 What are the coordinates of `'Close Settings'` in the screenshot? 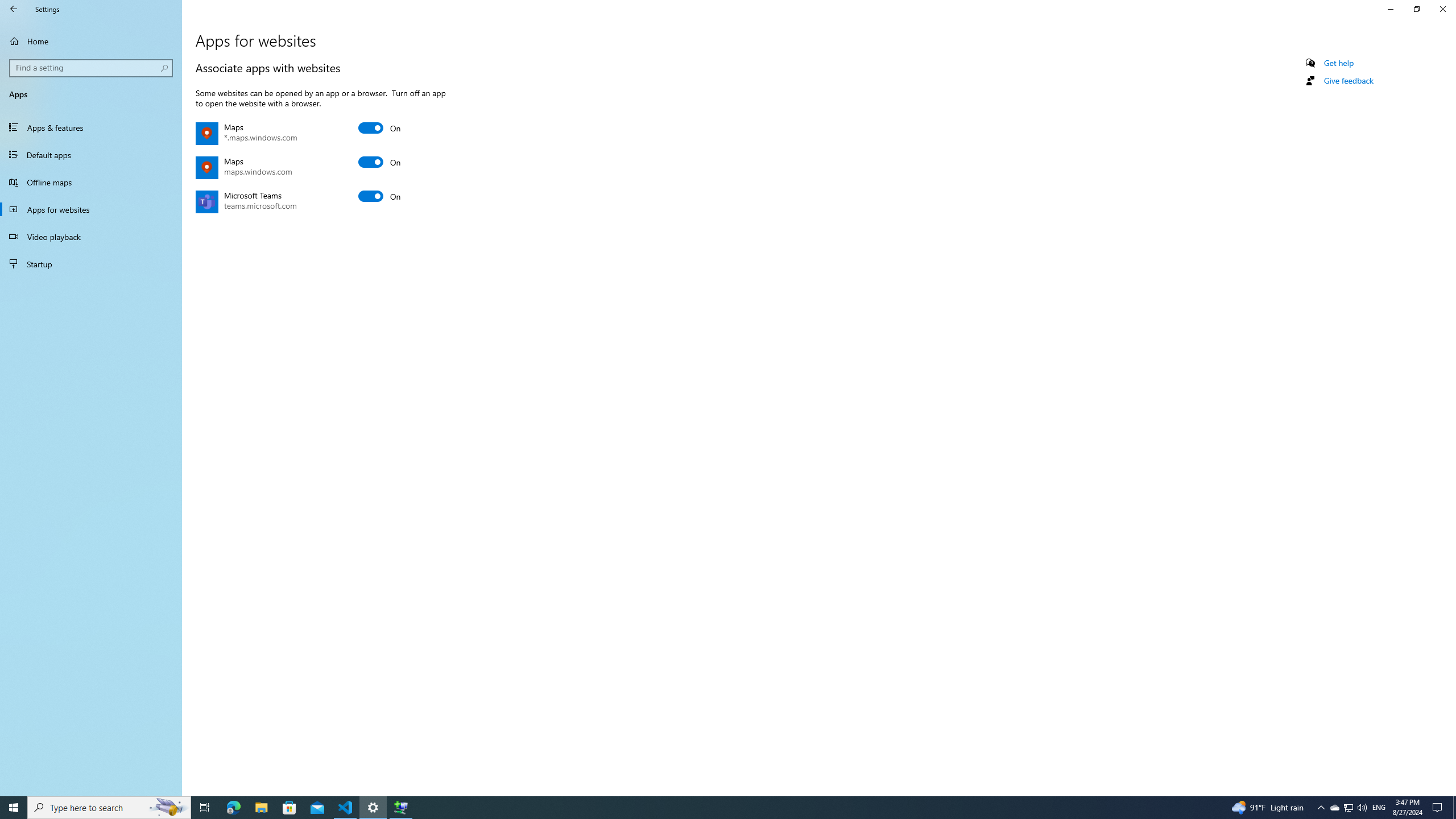 It's located at (1442, 9).